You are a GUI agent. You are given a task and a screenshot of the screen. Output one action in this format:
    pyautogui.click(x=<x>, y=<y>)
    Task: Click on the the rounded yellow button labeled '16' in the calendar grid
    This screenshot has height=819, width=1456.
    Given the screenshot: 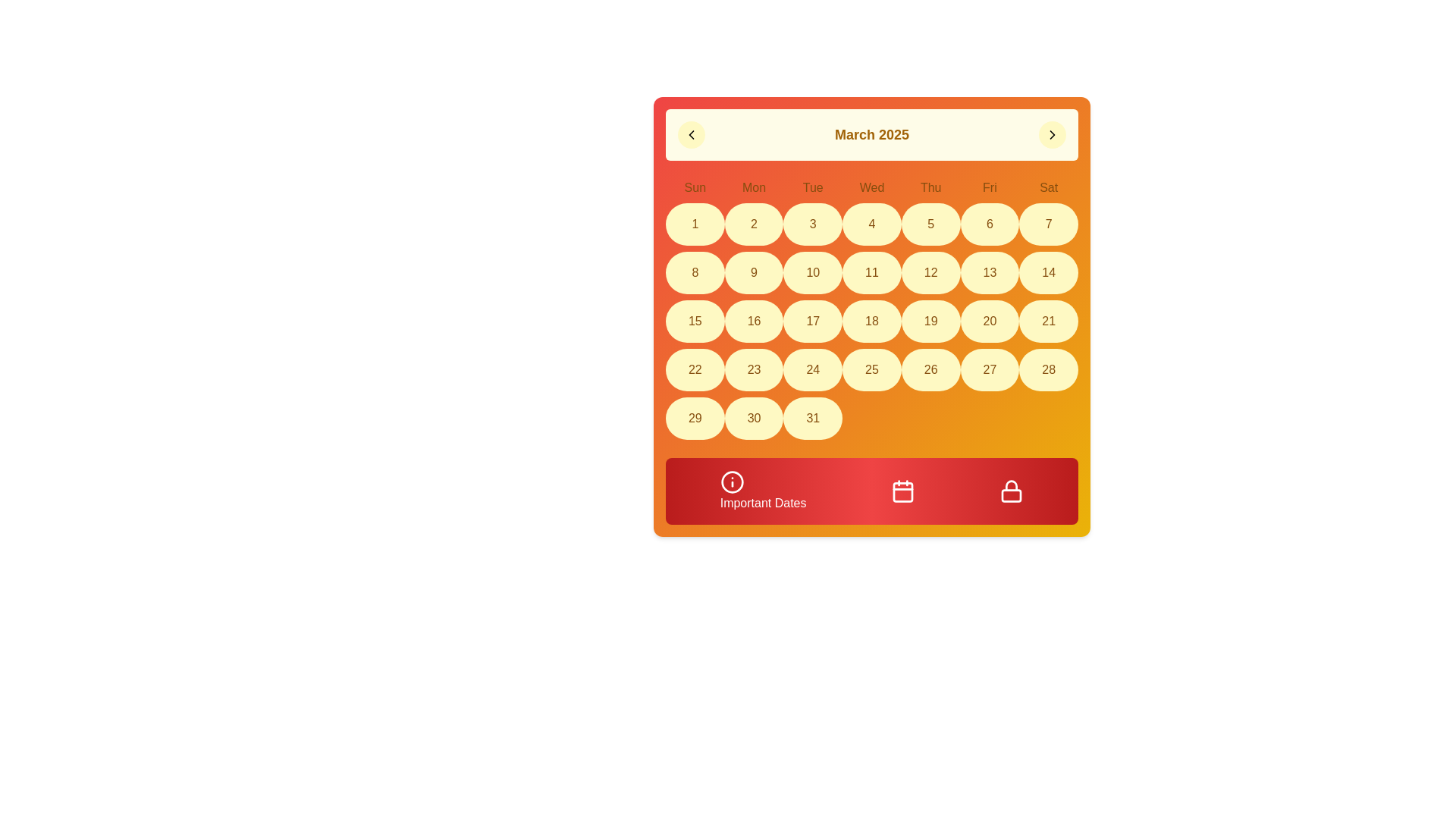 What is the action you would take?
    pyautogui.click(x=754, y=321)
    